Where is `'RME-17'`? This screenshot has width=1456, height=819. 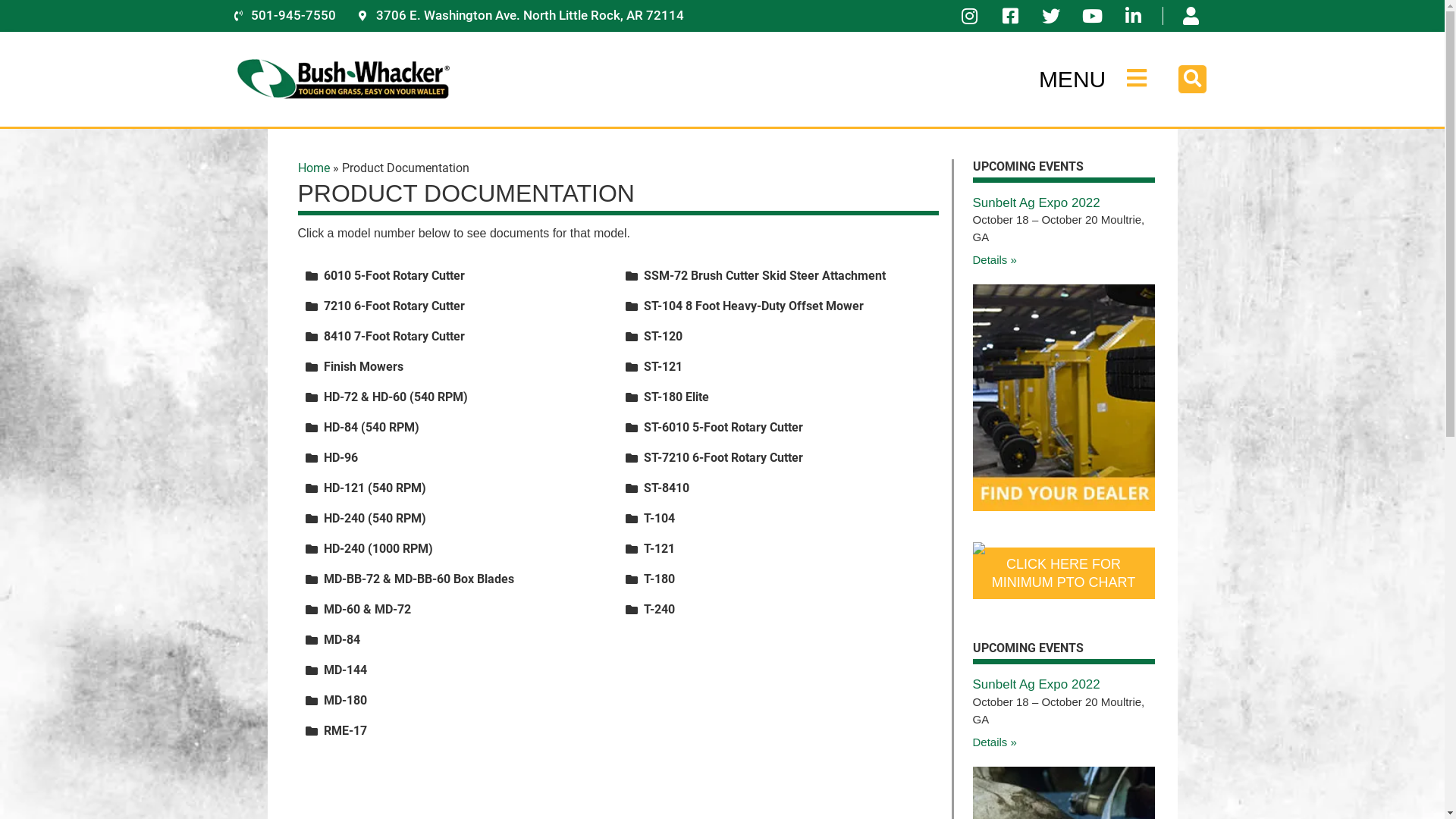
'RME-17' is located at coordinates (344, 730).